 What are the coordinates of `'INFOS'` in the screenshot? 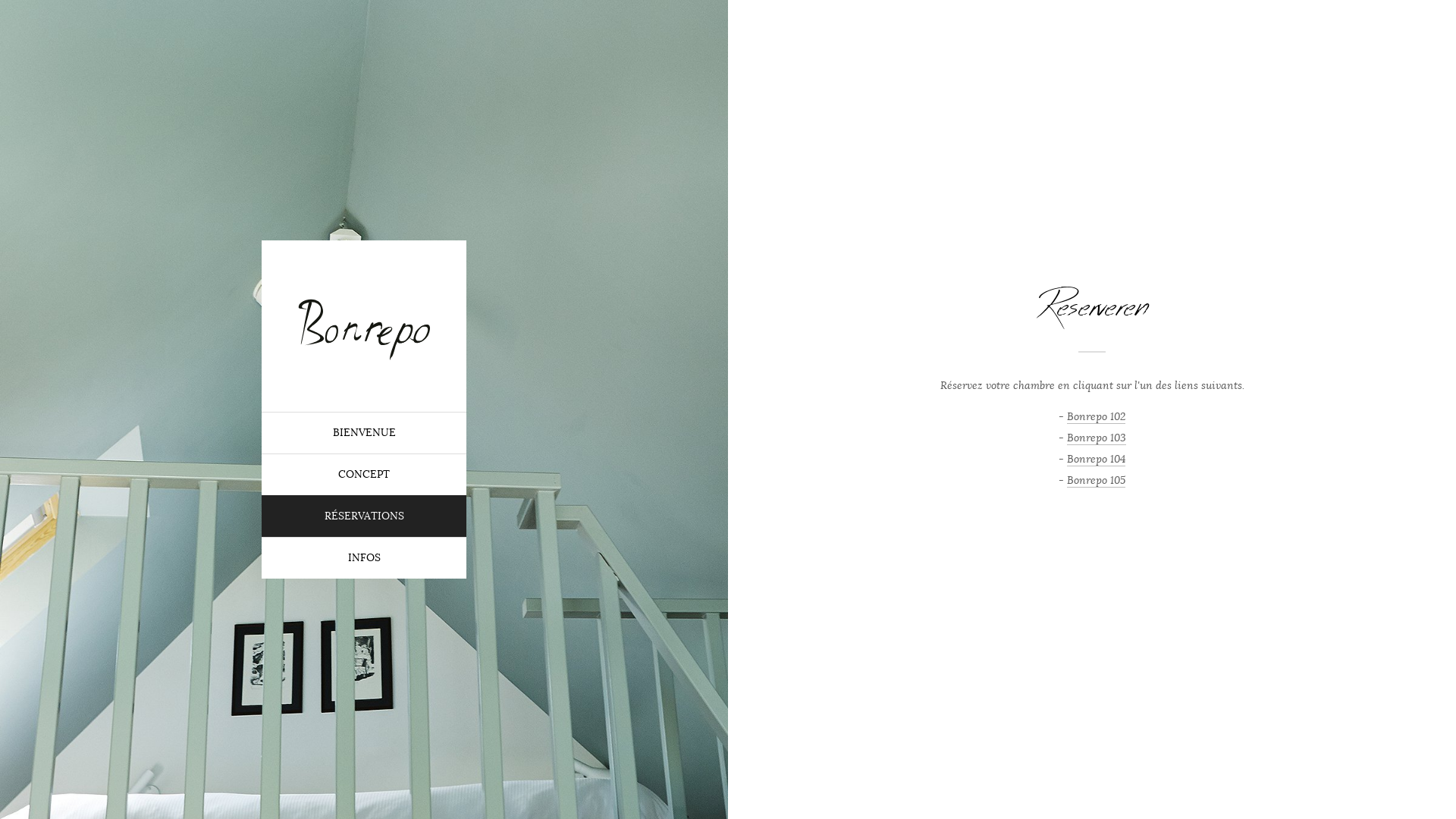 It's located at (262, 557).